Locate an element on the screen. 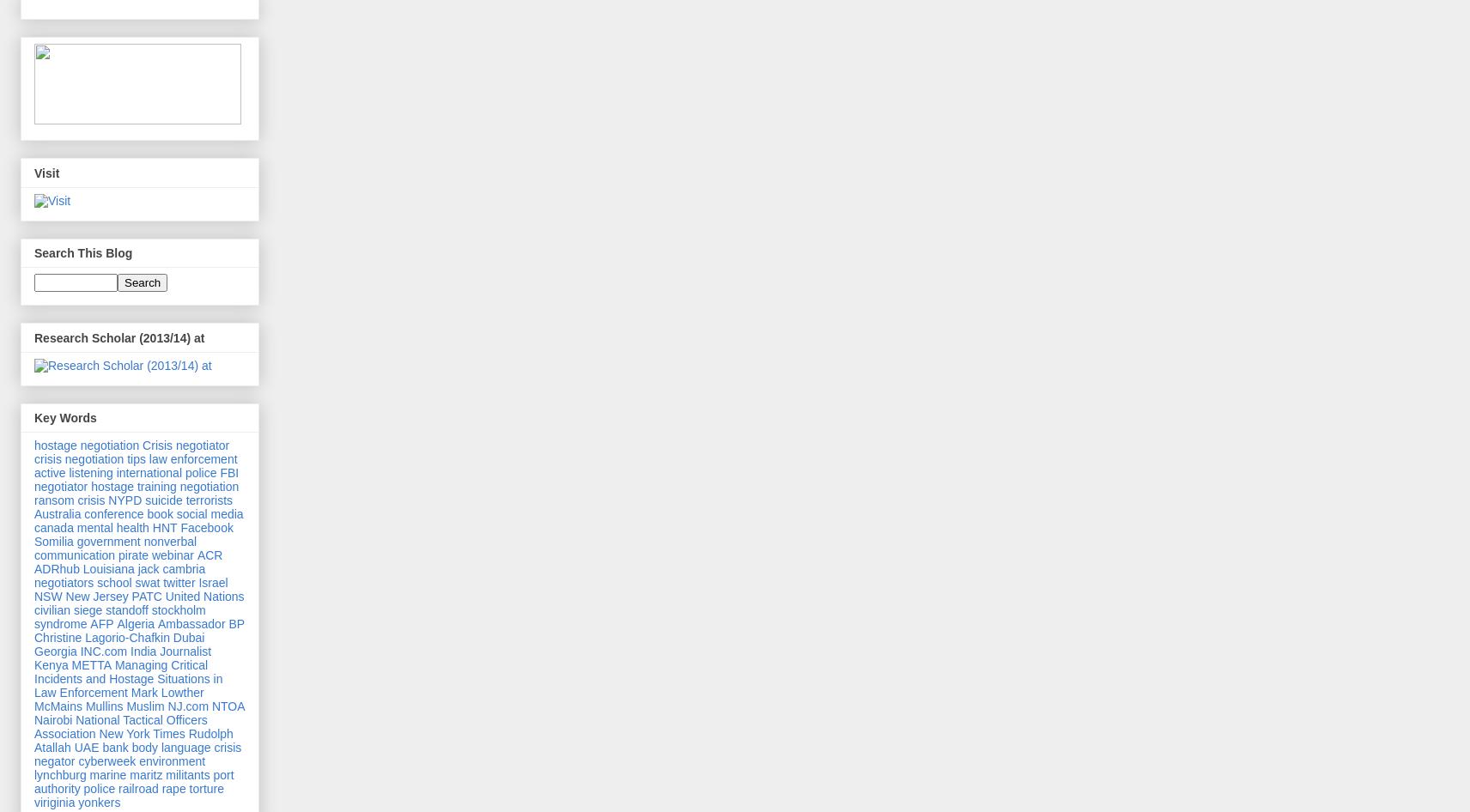  'Christine Lagorio-Chafkin' is located at coordinates (100, 636).